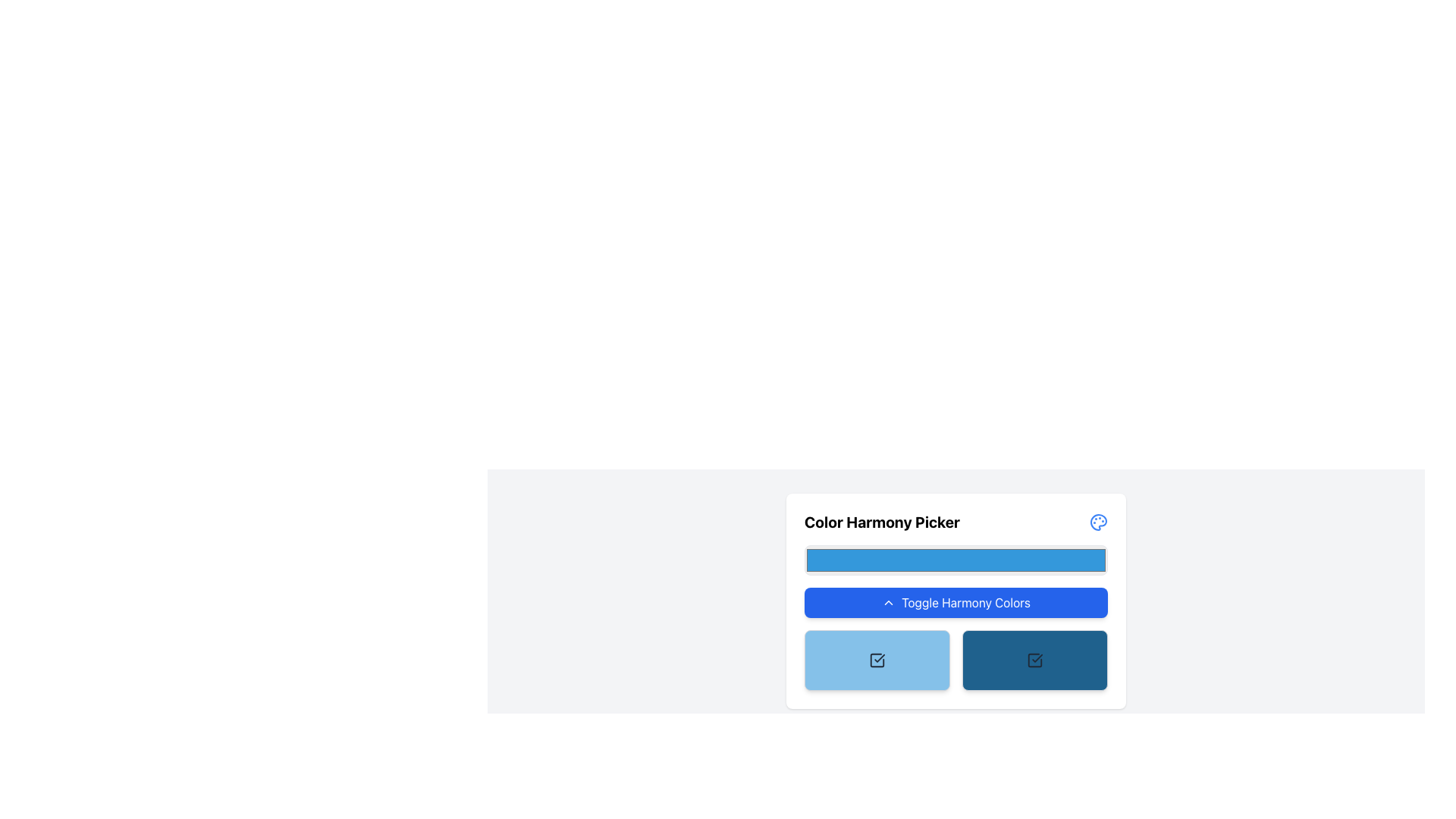 The width and height of the screenshot is (1456, 819). I want to click on the 'Toggle Harmony Colors' button, which is a rectangular button with a blue background and white text, located in the 'Color Harmony Picker' box, so click(955, 601).